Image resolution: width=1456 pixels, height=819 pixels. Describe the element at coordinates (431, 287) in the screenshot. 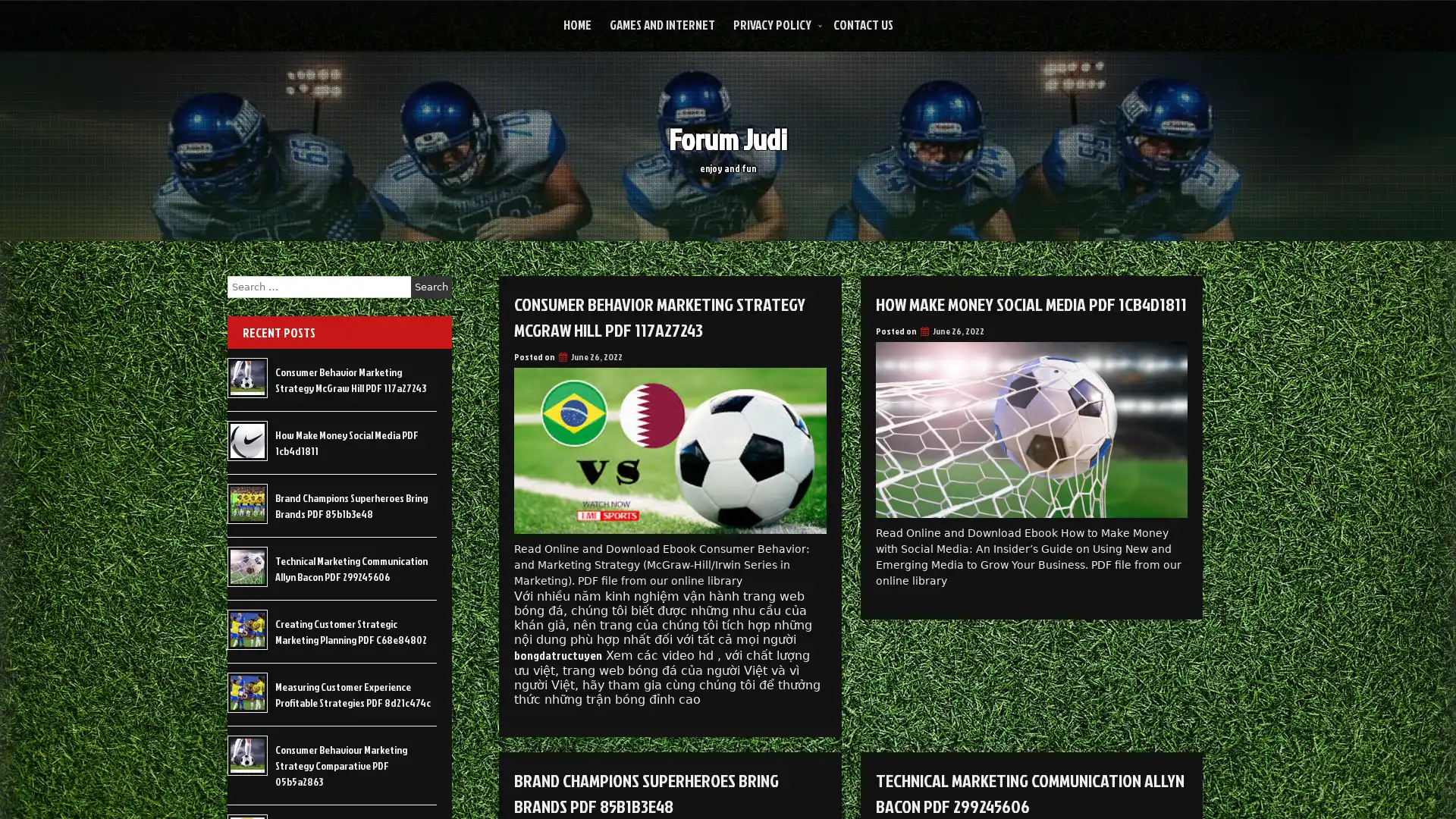

I see `Search` at that location.